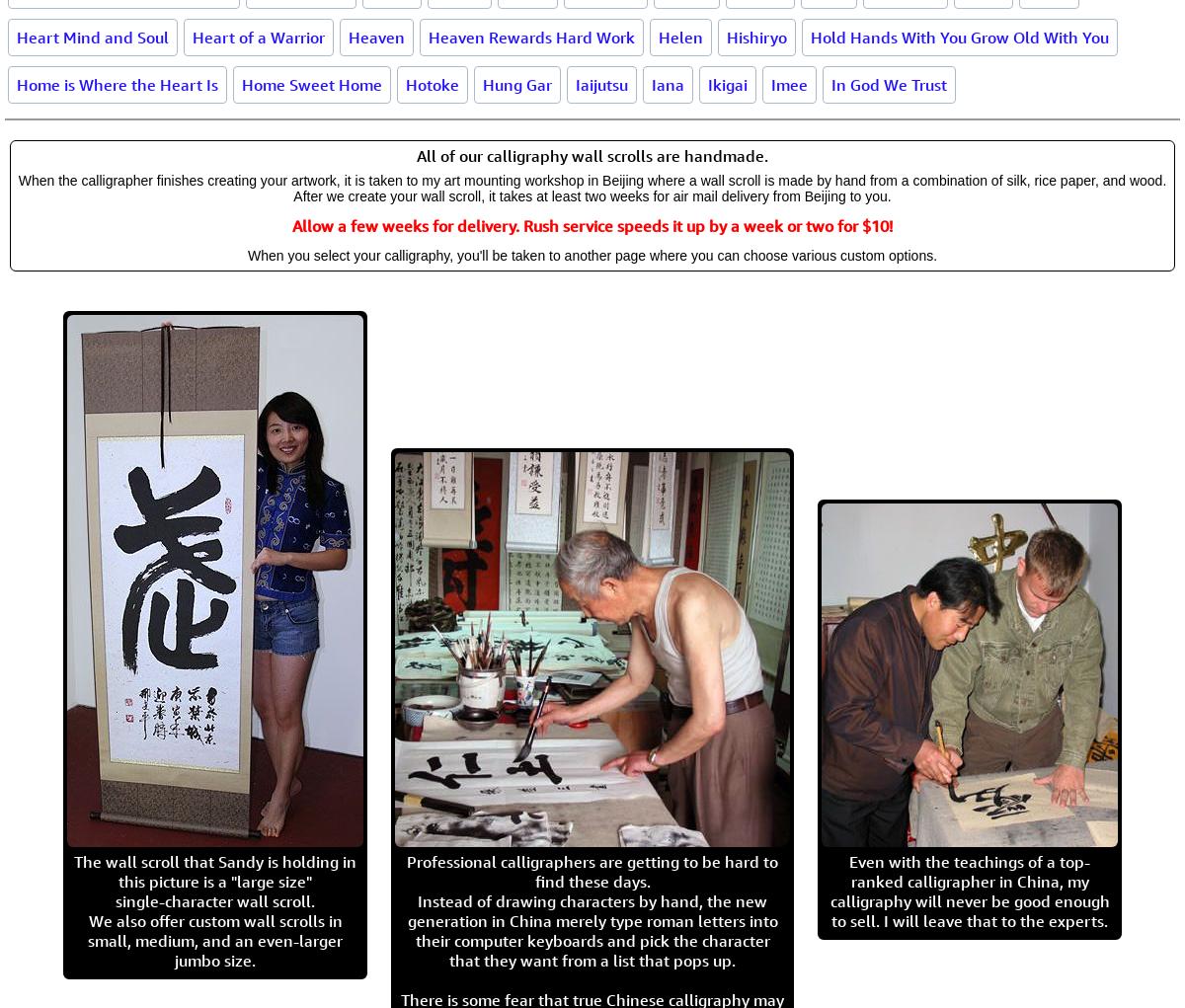  Describe the element at coordinates (726, 36) in the screenshot. I see `'Hishiryo'` at that location.